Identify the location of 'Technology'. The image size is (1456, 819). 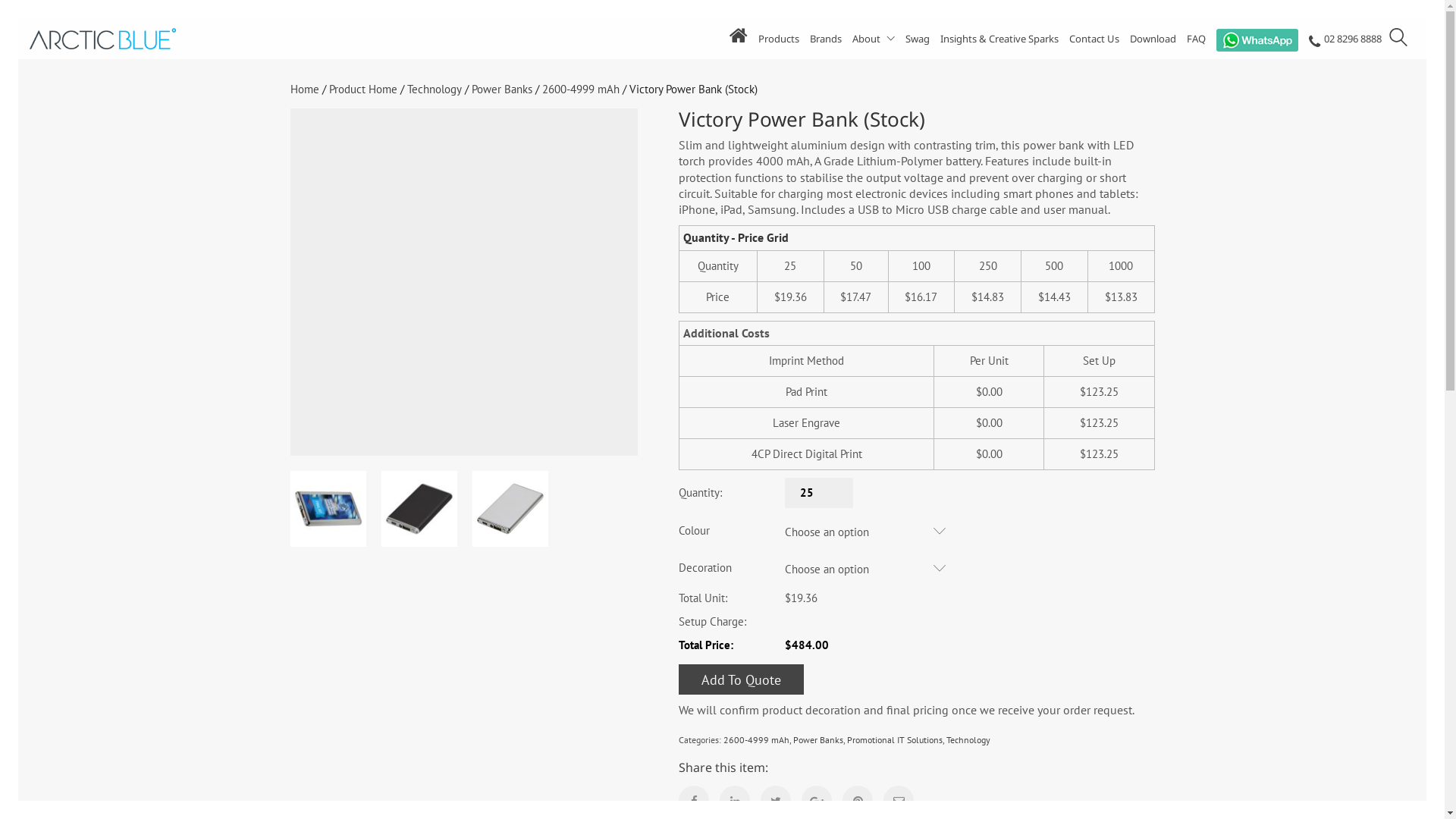
(432, 89).